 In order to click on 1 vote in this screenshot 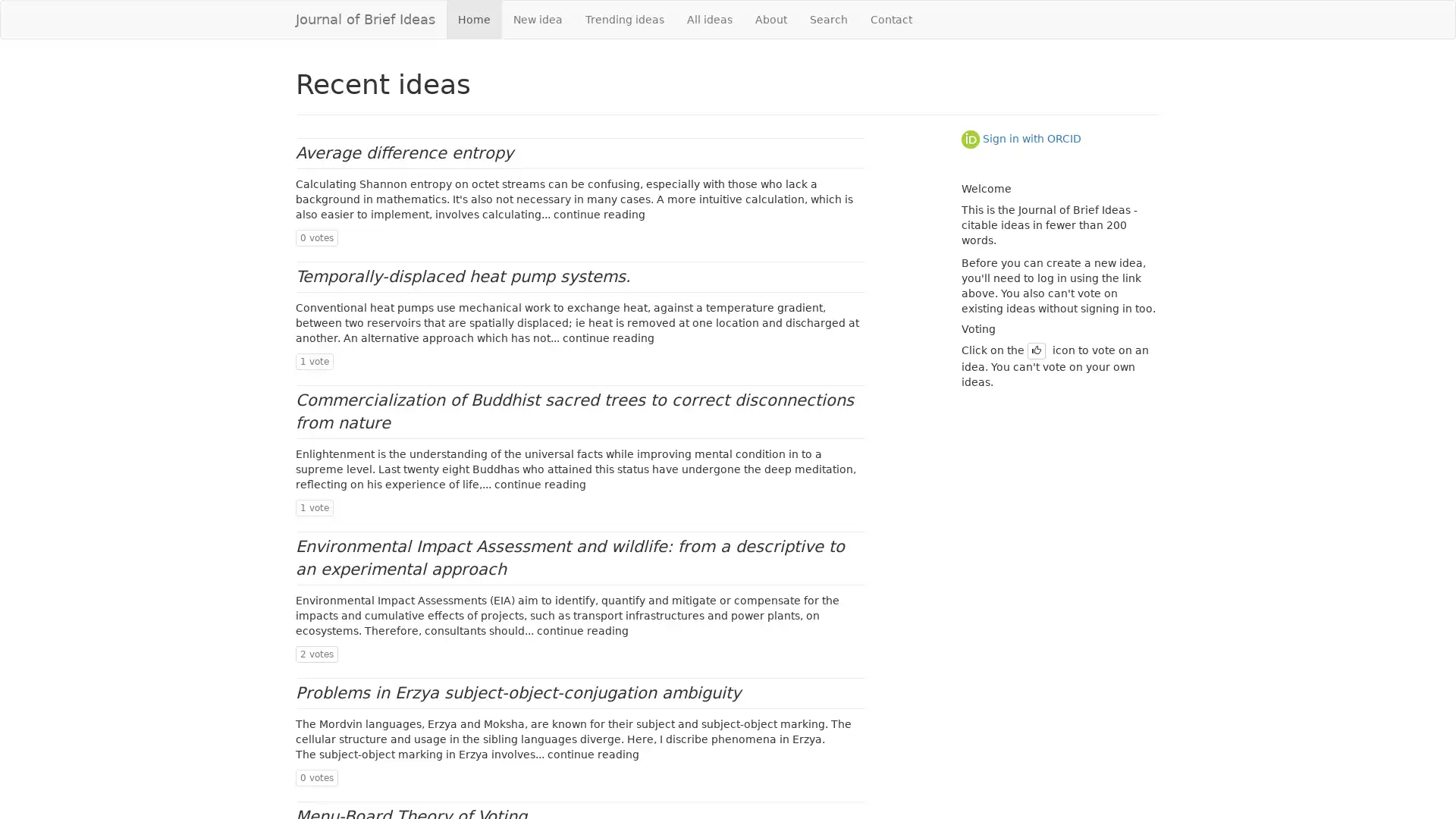, I will do `click(313, 362)`.